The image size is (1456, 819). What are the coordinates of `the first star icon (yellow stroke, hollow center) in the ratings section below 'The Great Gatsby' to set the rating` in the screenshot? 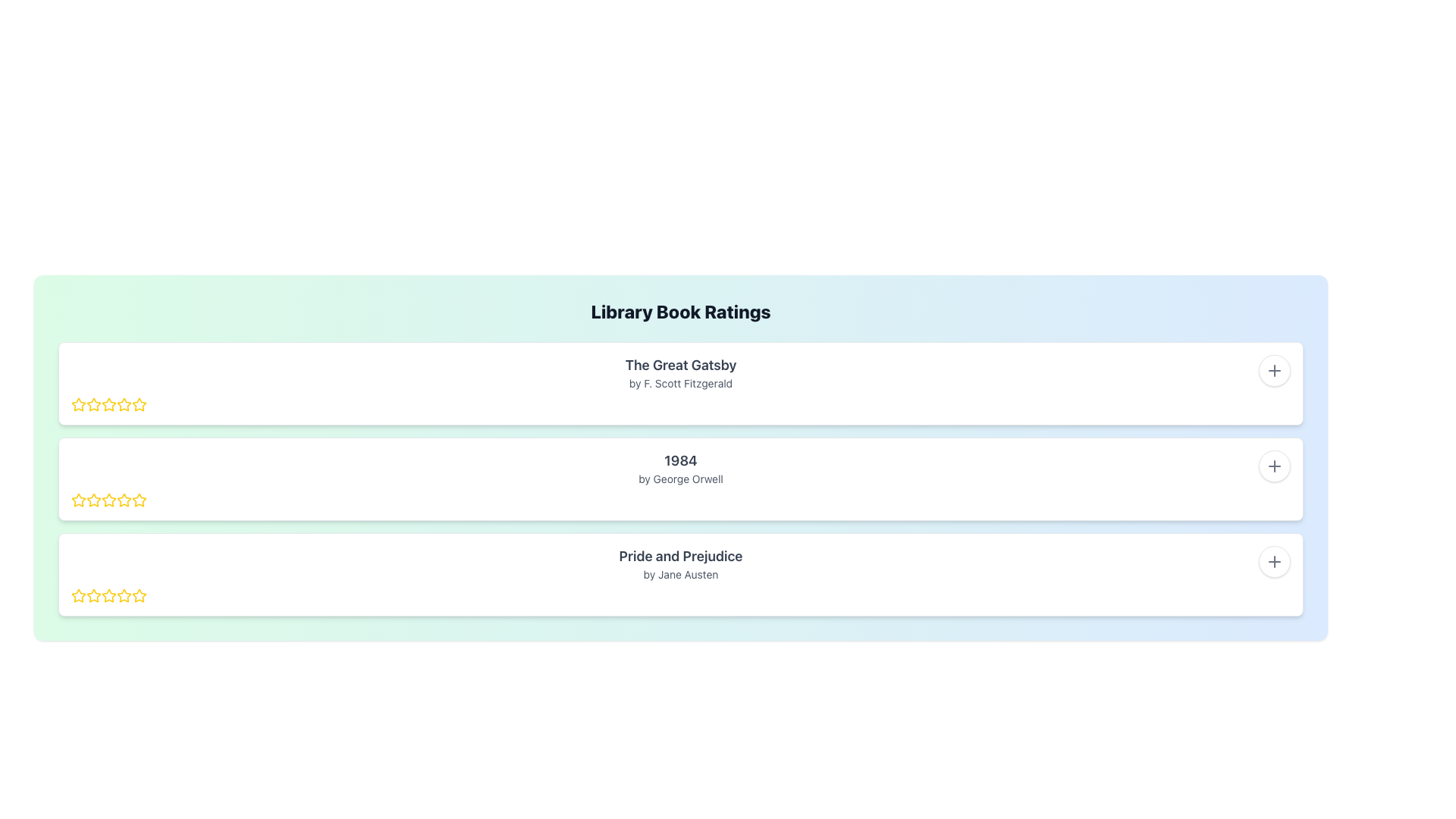 It's located at (78, 403).